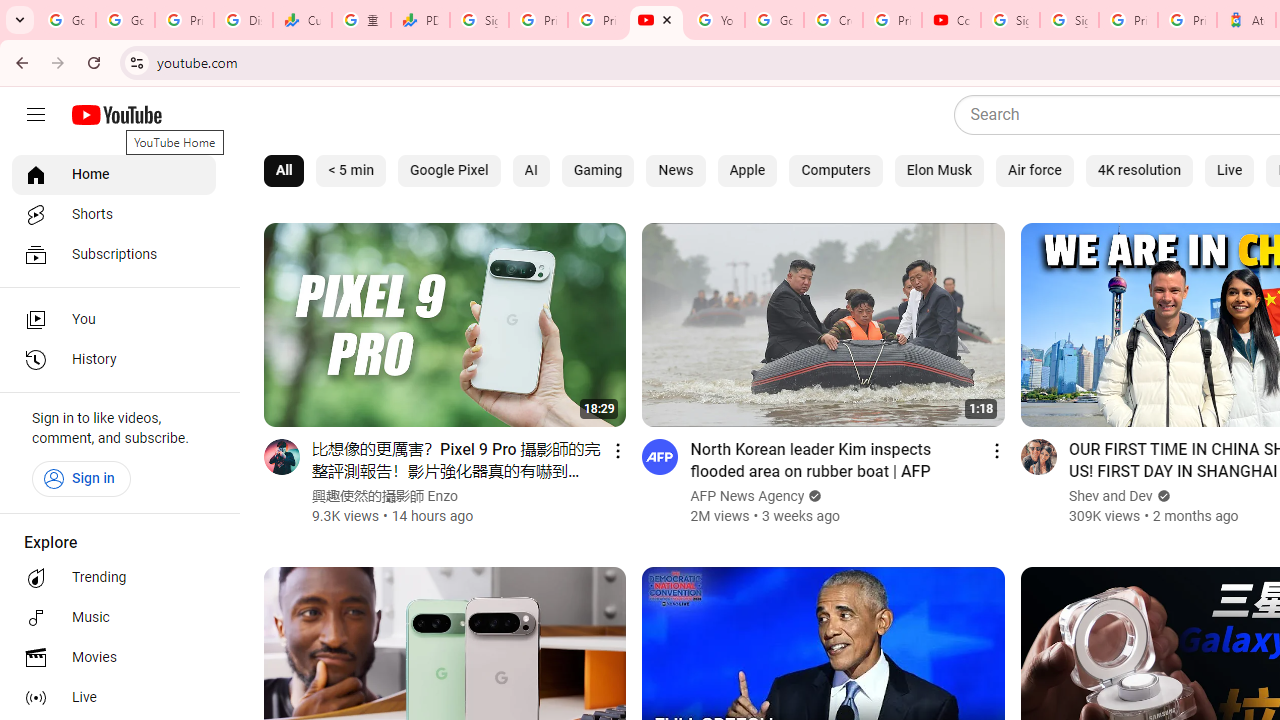 This screenshot has height=720, width=1280. I want to click on 'Subscriptions', so click(112, 253).